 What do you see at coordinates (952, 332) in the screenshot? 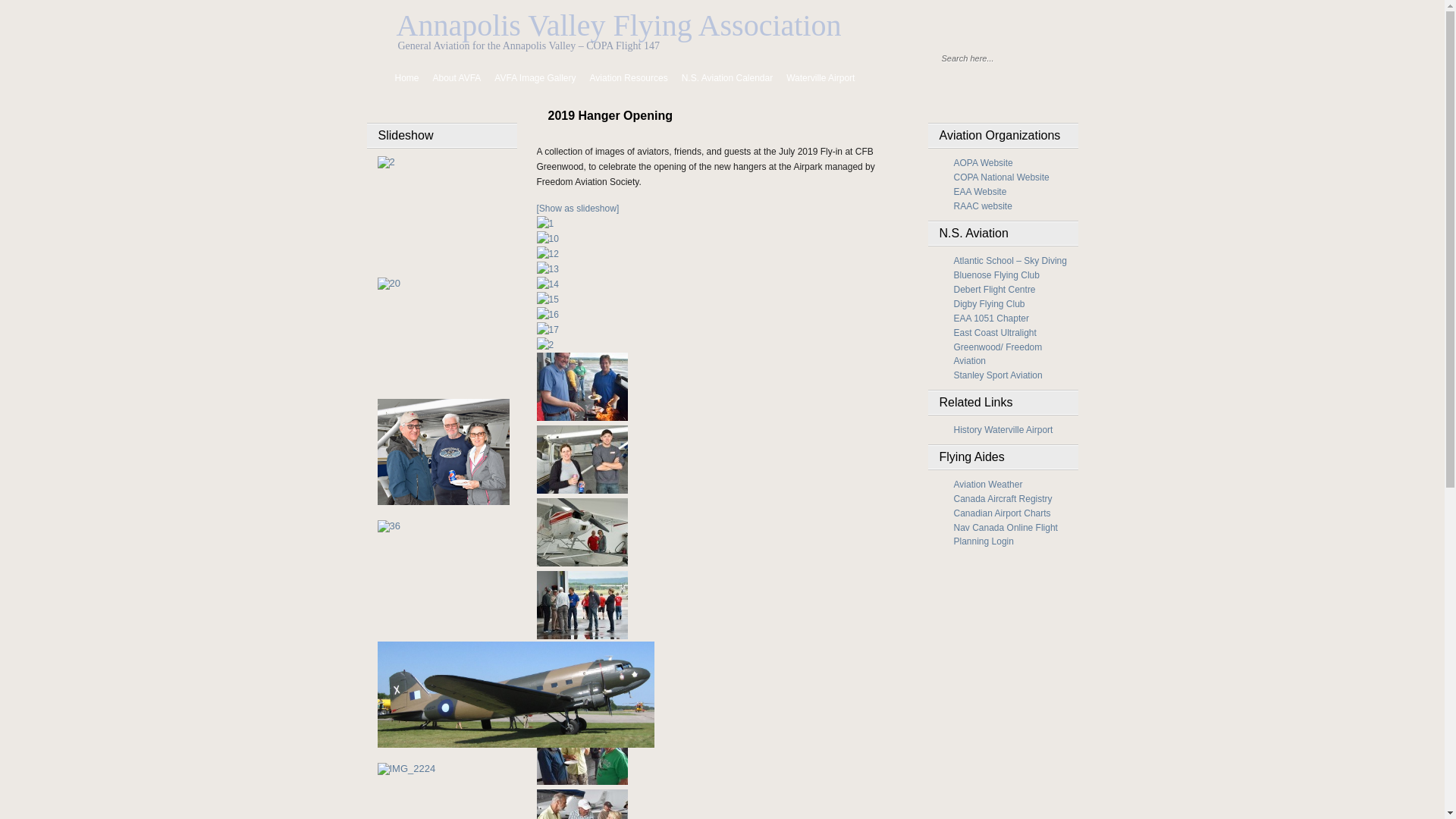
I see `'East Coast Ultralight'` at bounding box center [952, 332].